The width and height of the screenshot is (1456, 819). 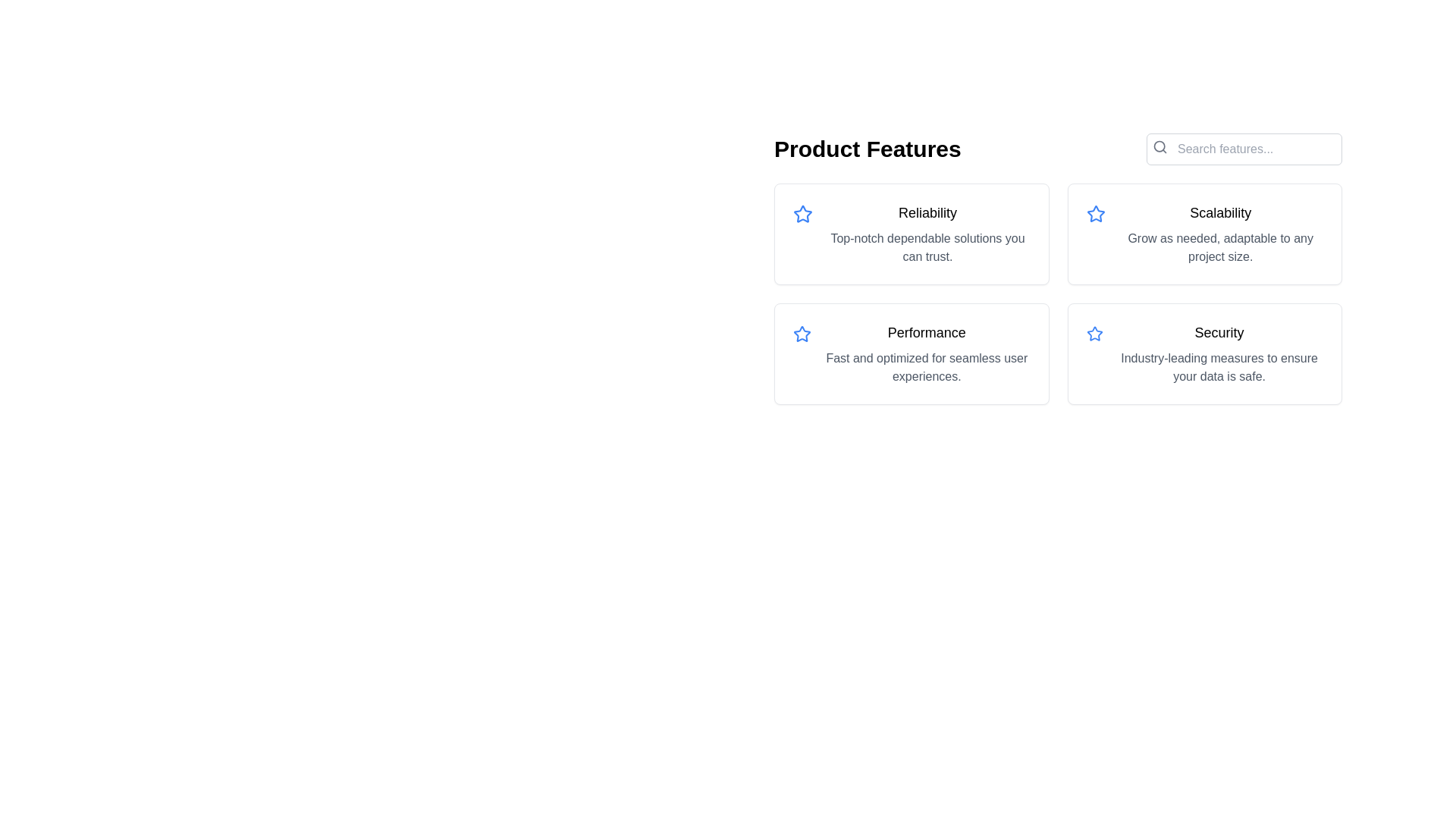 I want to click on the star-shaped icon with a blue outline located in the top-right quadrant of the grid layout, directly above the 'Scalability' label, so click(x=1096, y=214).